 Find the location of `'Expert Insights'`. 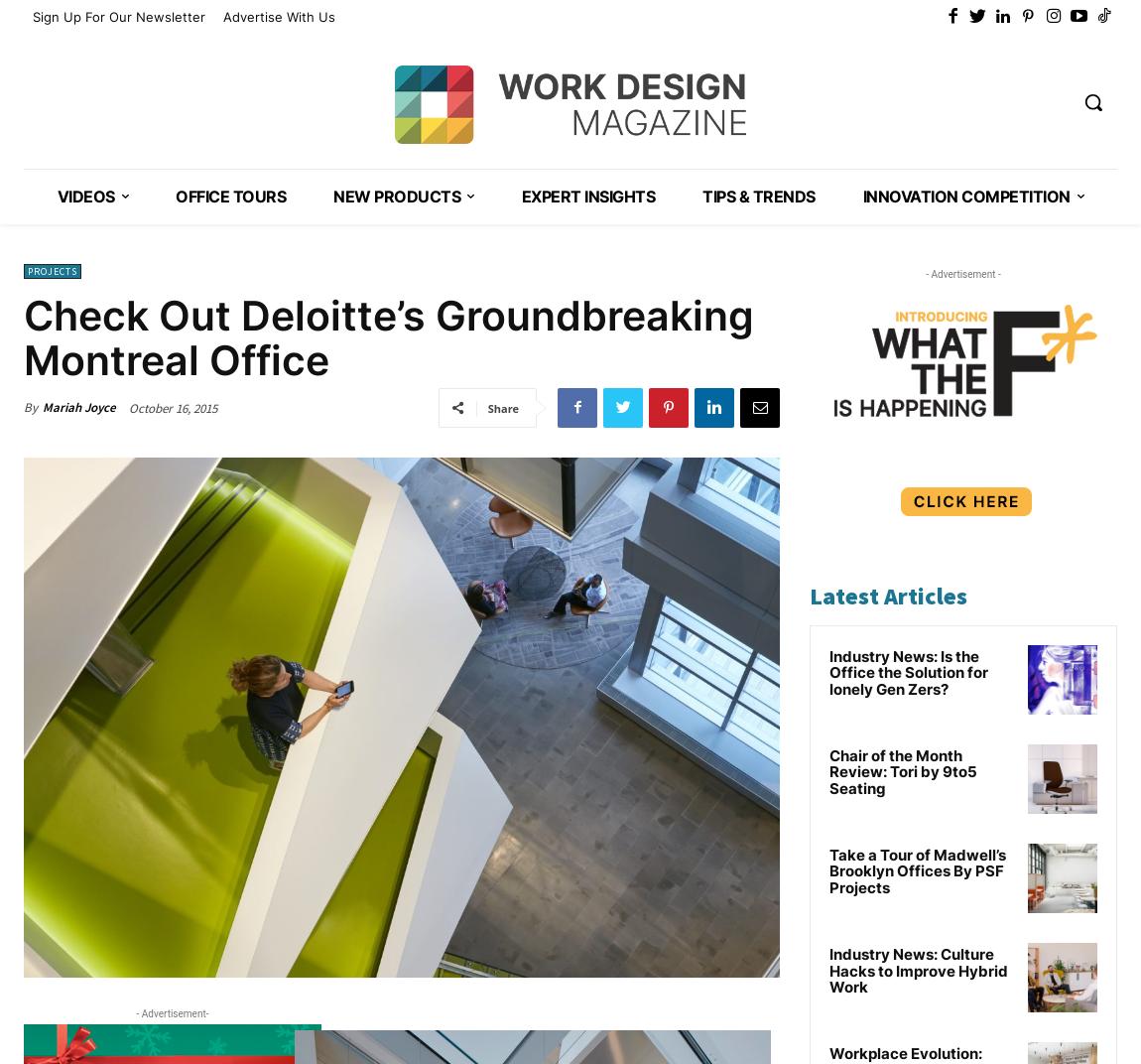

'Expert Insights' is located at coordinates (586, 195).